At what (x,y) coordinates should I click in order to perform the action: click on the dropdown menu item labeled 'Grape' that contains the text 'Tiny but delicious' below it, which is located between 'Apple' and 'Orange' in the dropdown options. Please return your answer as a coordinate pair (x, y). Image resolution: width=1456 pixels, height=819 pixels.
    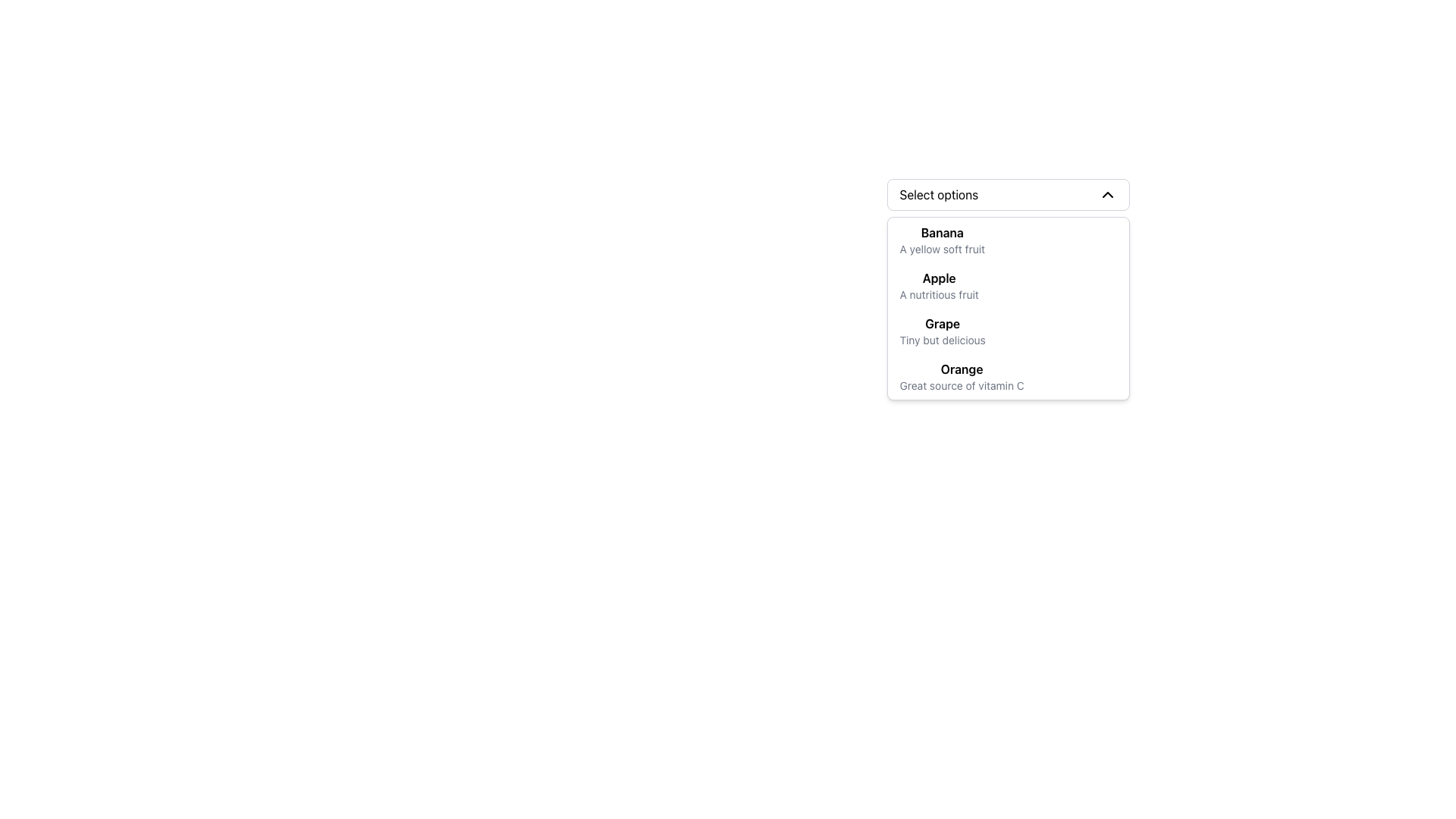
    Looking at the image, I should click on (942, 330).